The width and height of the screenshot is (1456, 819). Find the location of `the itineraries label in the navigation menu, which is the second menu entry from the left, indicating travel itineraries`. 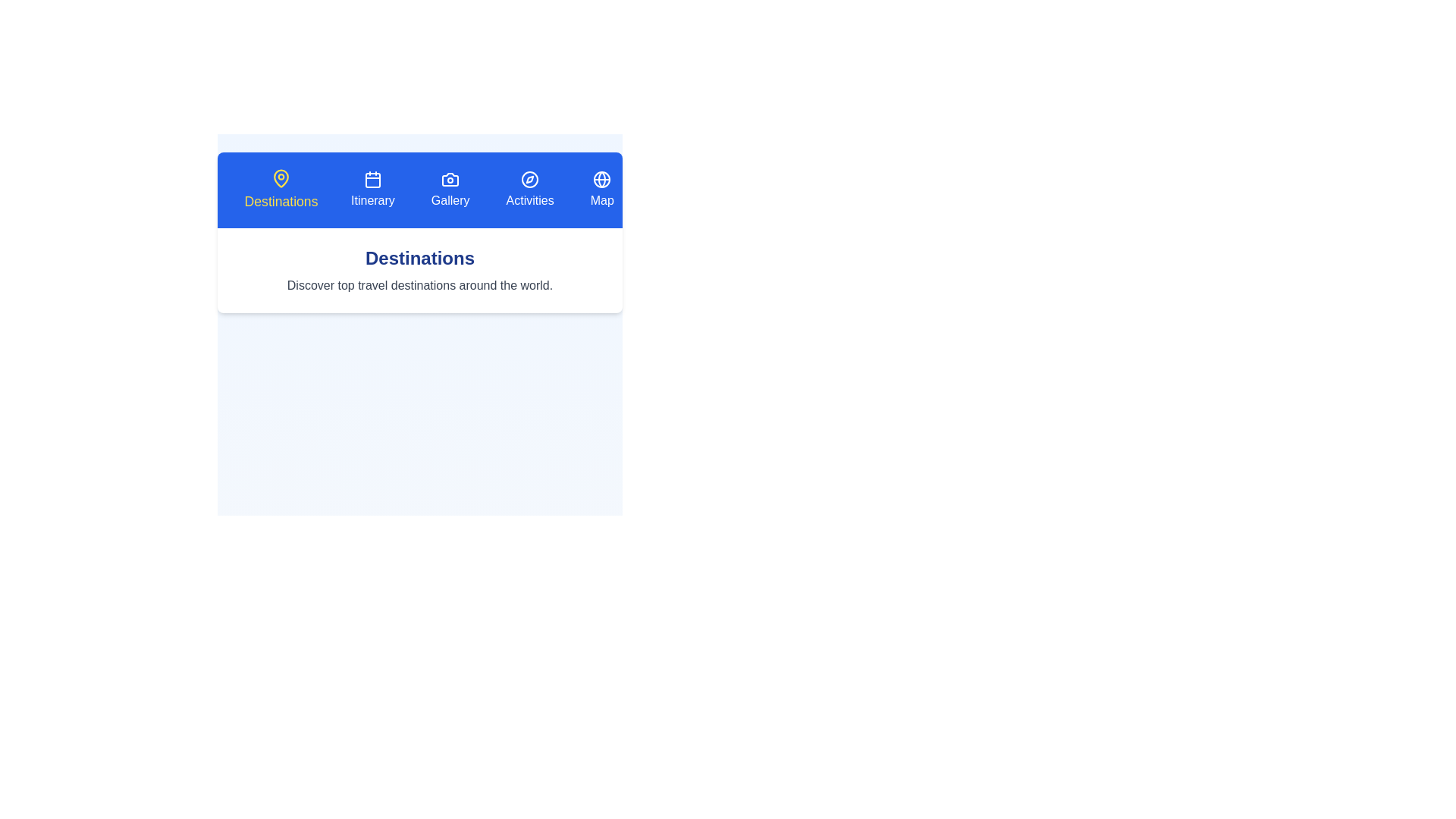

the itineraries label in the navigation menu, which is the second menu entry from the left, indicating travel itineraries is located at coordinates (372, 200).